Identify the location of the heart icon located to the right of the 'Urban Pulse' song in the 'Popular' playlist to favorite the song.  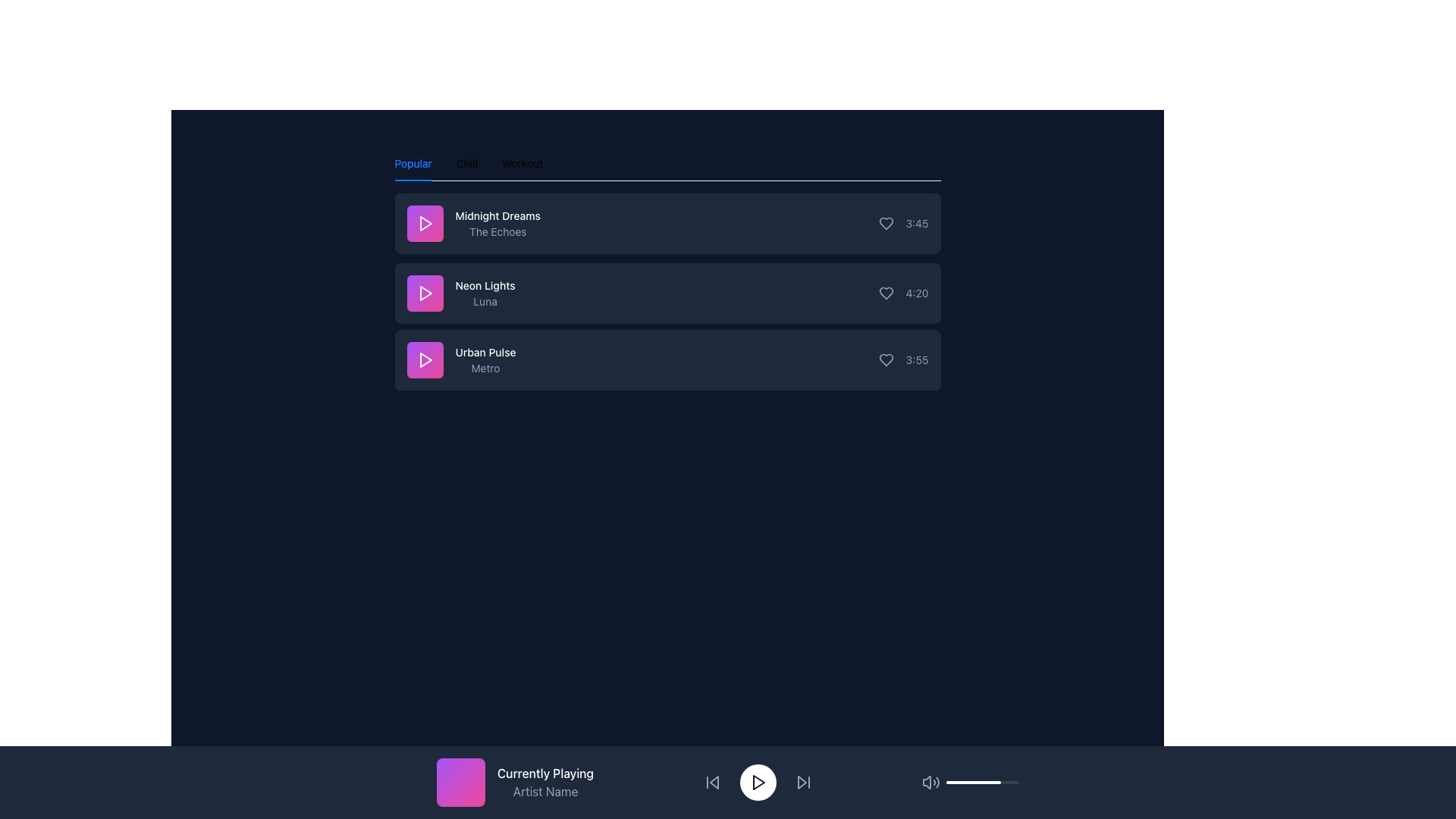
(886, 359).